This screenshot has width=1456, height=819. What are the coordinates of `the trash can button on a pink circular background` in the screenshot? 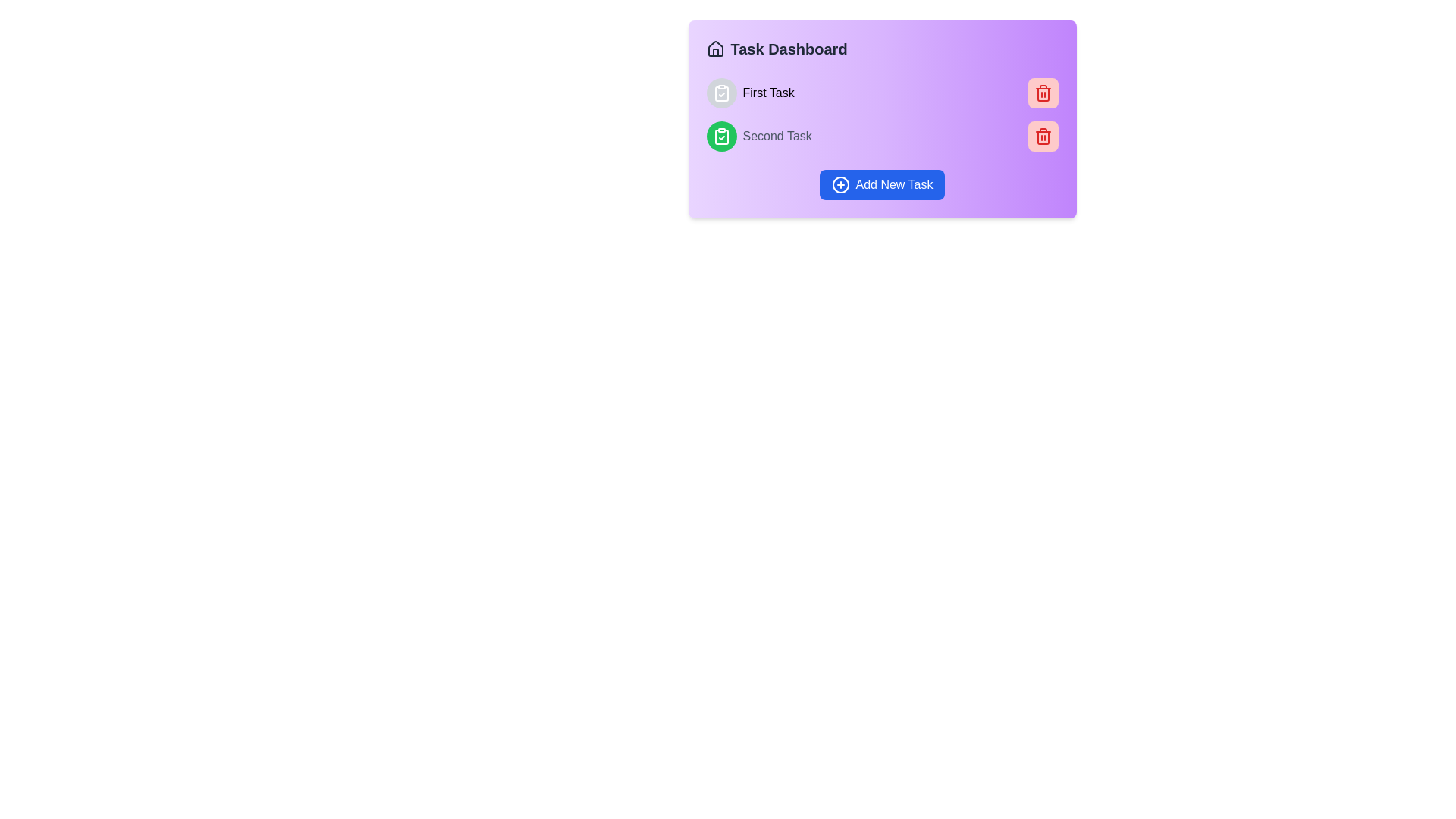 It's located at (1042, 137).